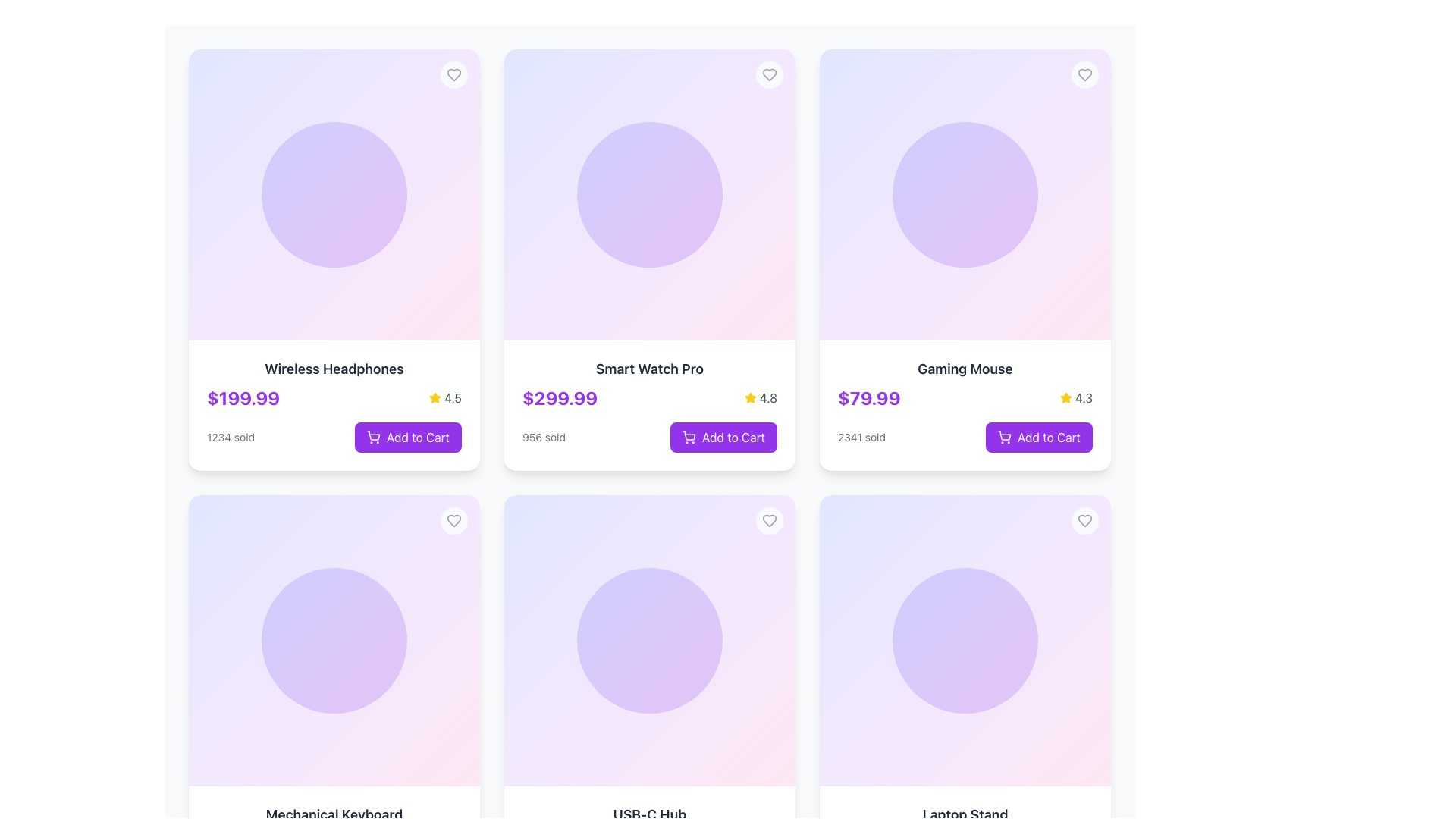 The width and height of the screenshot is (1456, 819). What do you see at coordinates (769, 519) in the screenshot?
I see `the favorite action button located in the top-right corner of the second row product card to observe the scaling effect` at bounding box center [769, 519].